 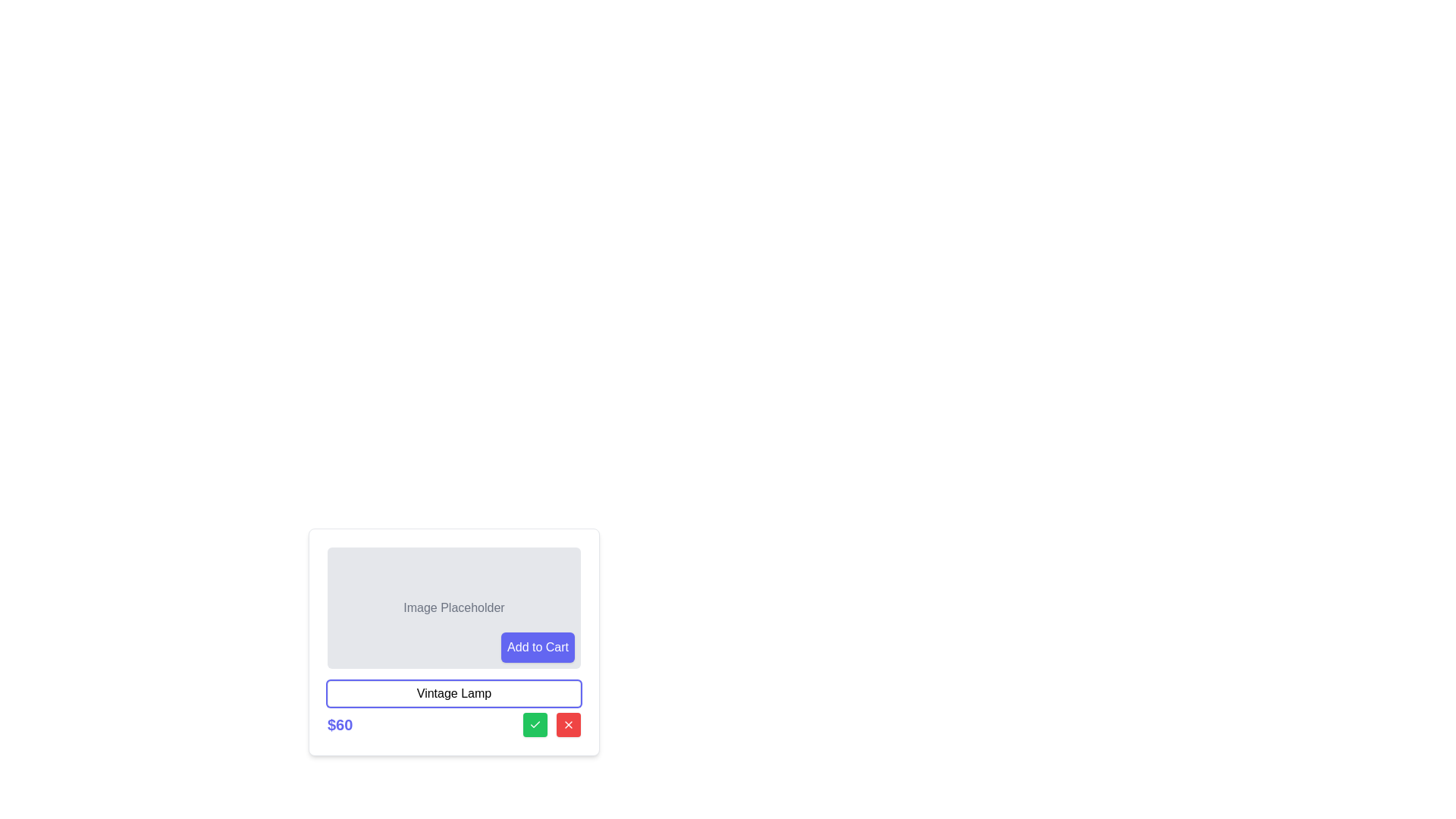 What do you see at coordinates (567, 724) in the screenshot?
I see `the red button with a white 'X' icon` at bounding box center [567, 724].